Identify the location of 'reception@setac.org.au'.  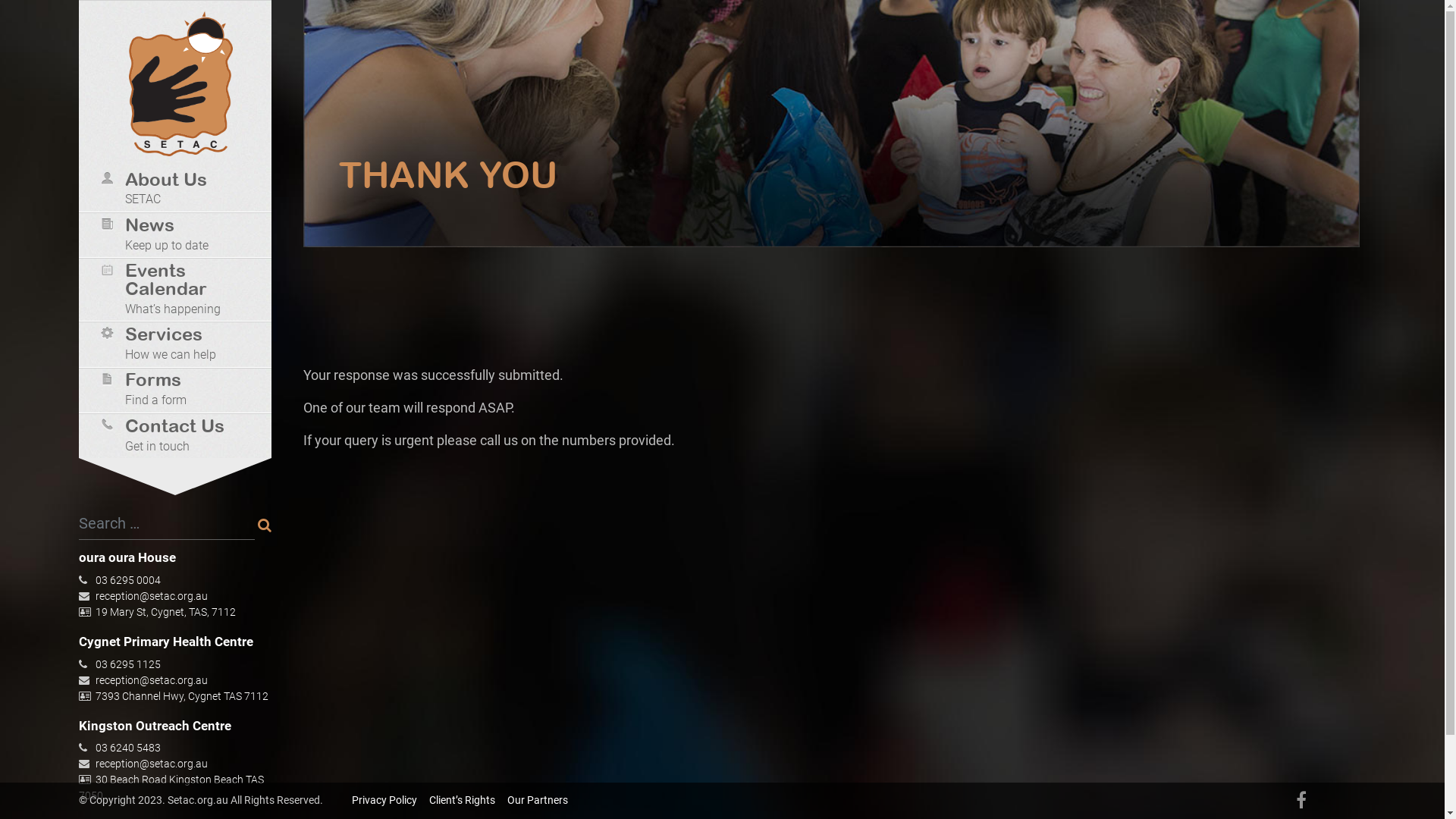
(94, 763).